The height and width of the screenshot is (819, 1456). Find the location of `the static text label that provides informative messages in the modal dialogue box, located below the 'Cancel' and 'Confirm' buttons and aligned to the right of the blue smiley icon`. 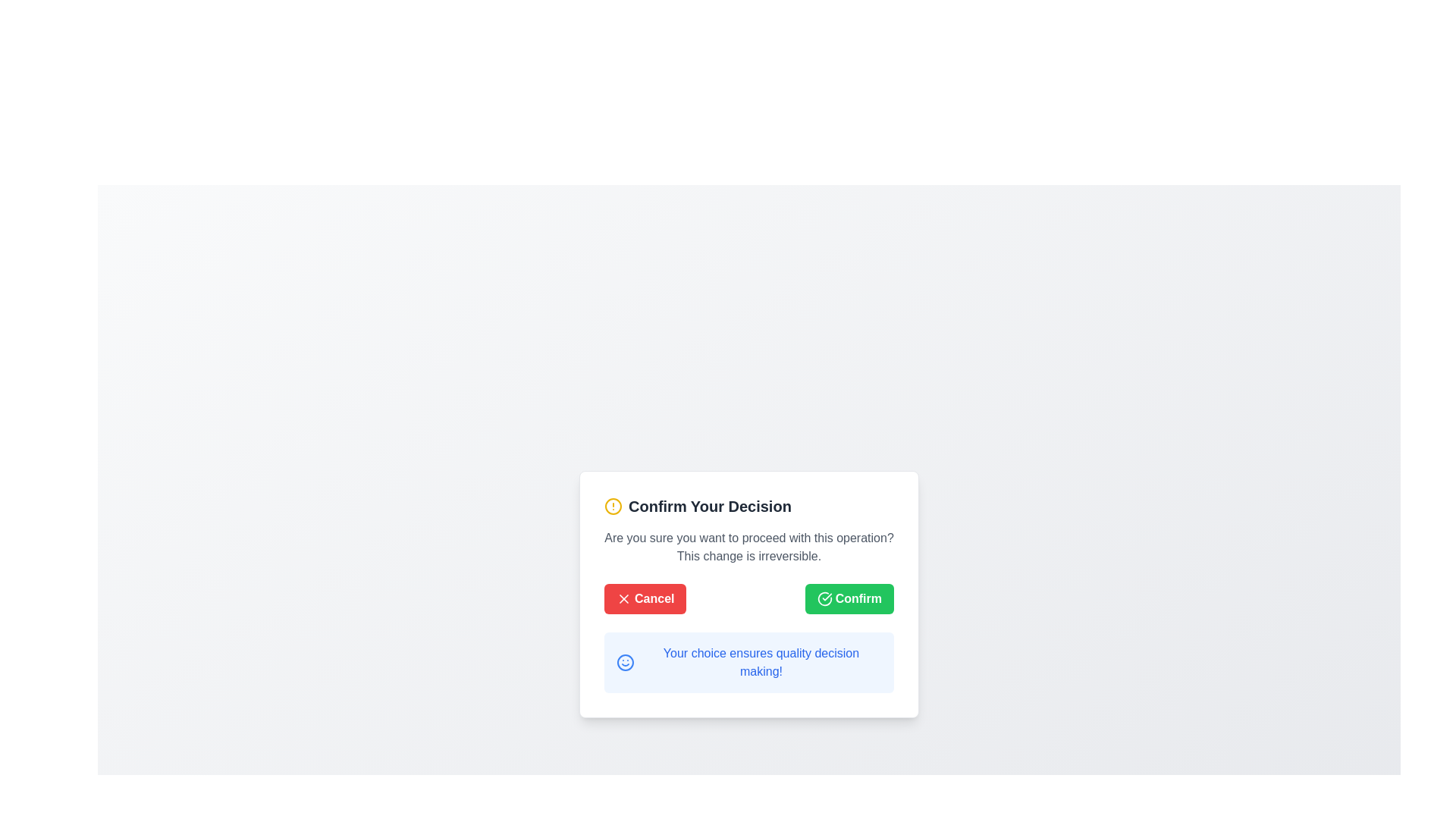

the static text label that provides informative messages in the modal dialogue box, located below the 'Cancel' and 'Confirm' buttons and aligned to the right of the blue smiley icon is located at coordinates (761, 662).